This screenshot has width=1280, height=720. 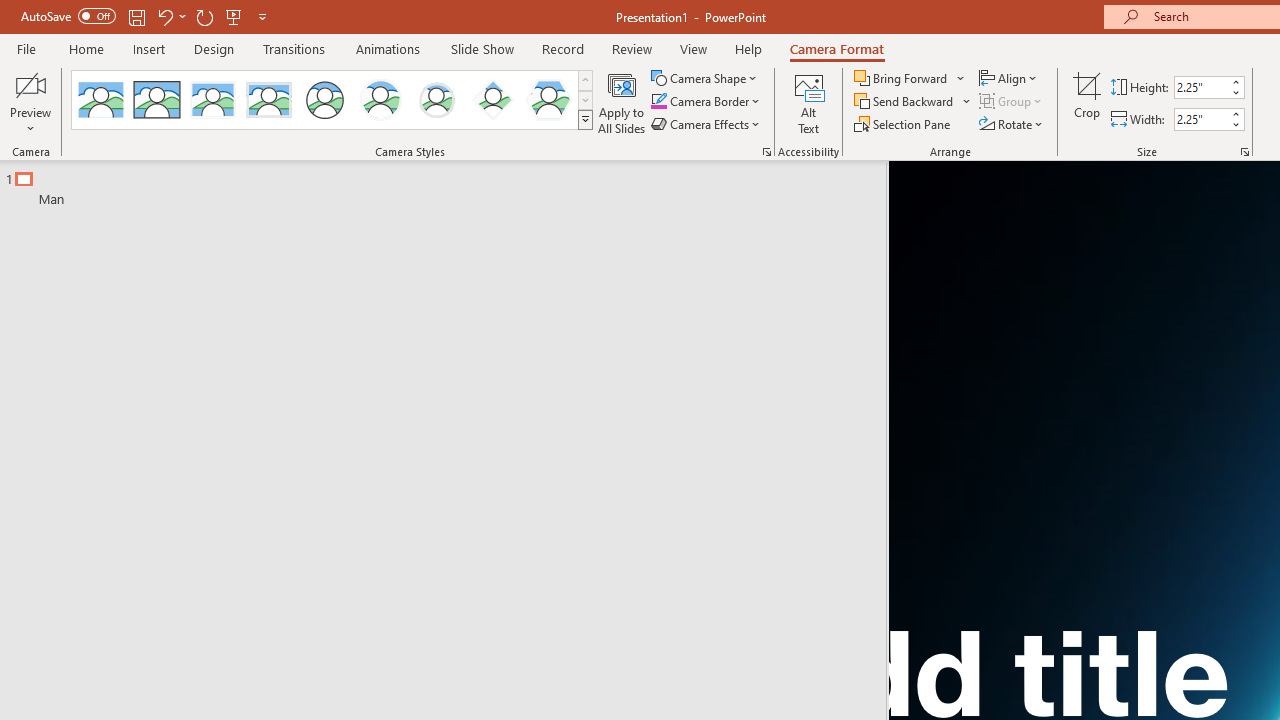 I want to click on 'Center Shadow Diamond', so click(x=492, y=100).